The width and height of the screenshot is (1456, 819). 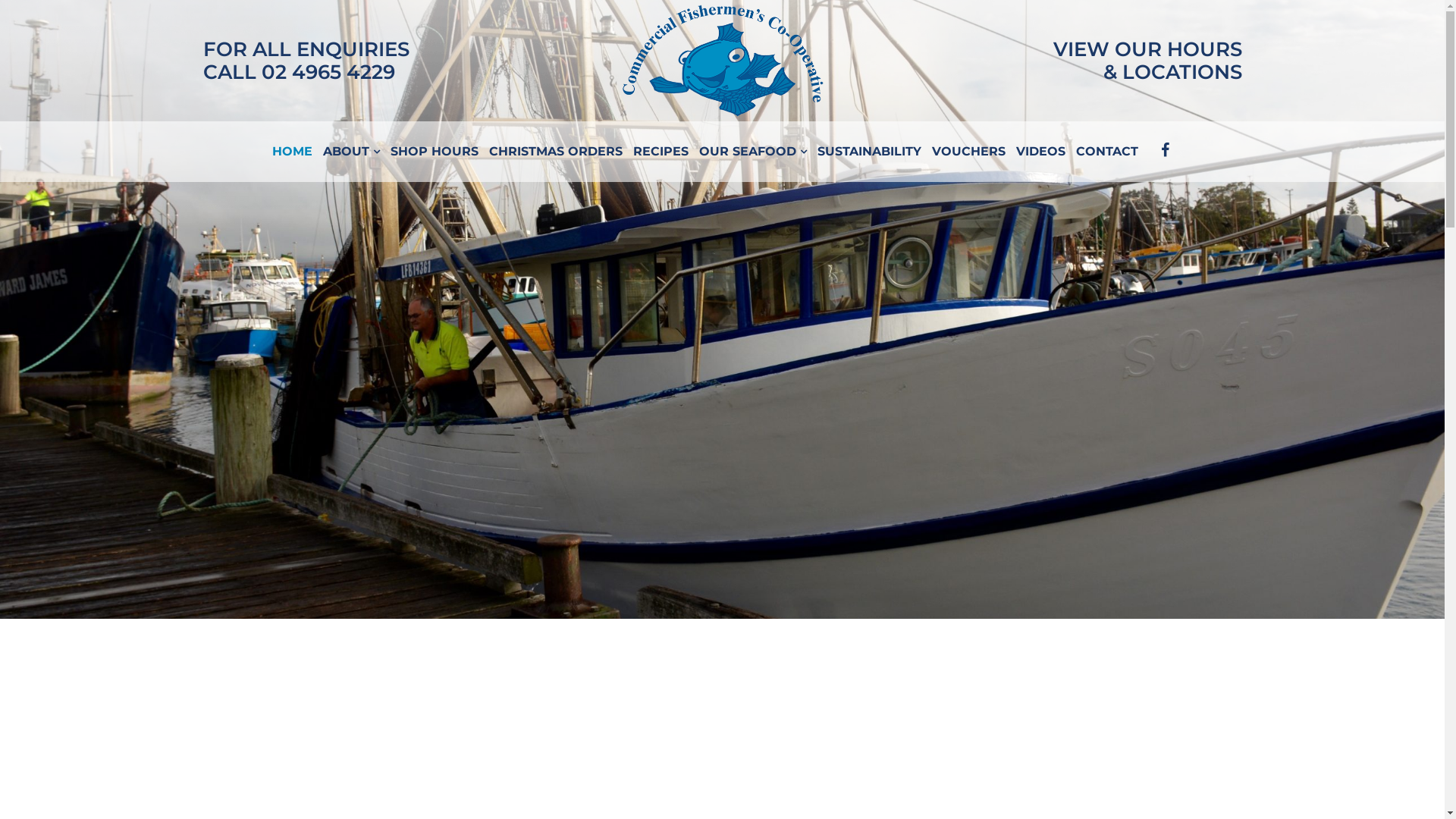 I want to click on 'OUR SEAFOOD', so click(x=753, y=152).